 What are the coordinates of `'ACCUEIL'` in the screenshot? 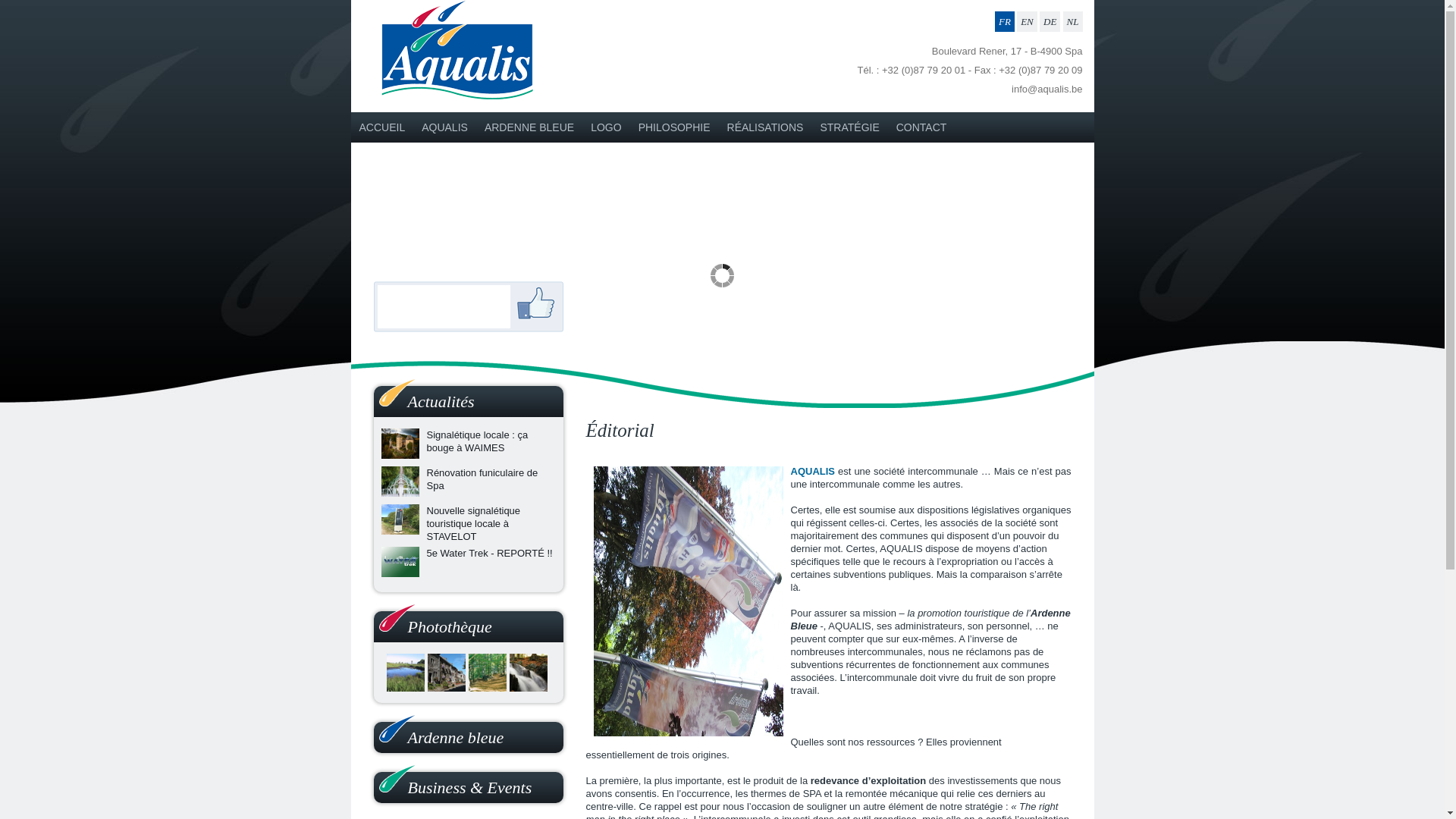 It's located at (381, 127).